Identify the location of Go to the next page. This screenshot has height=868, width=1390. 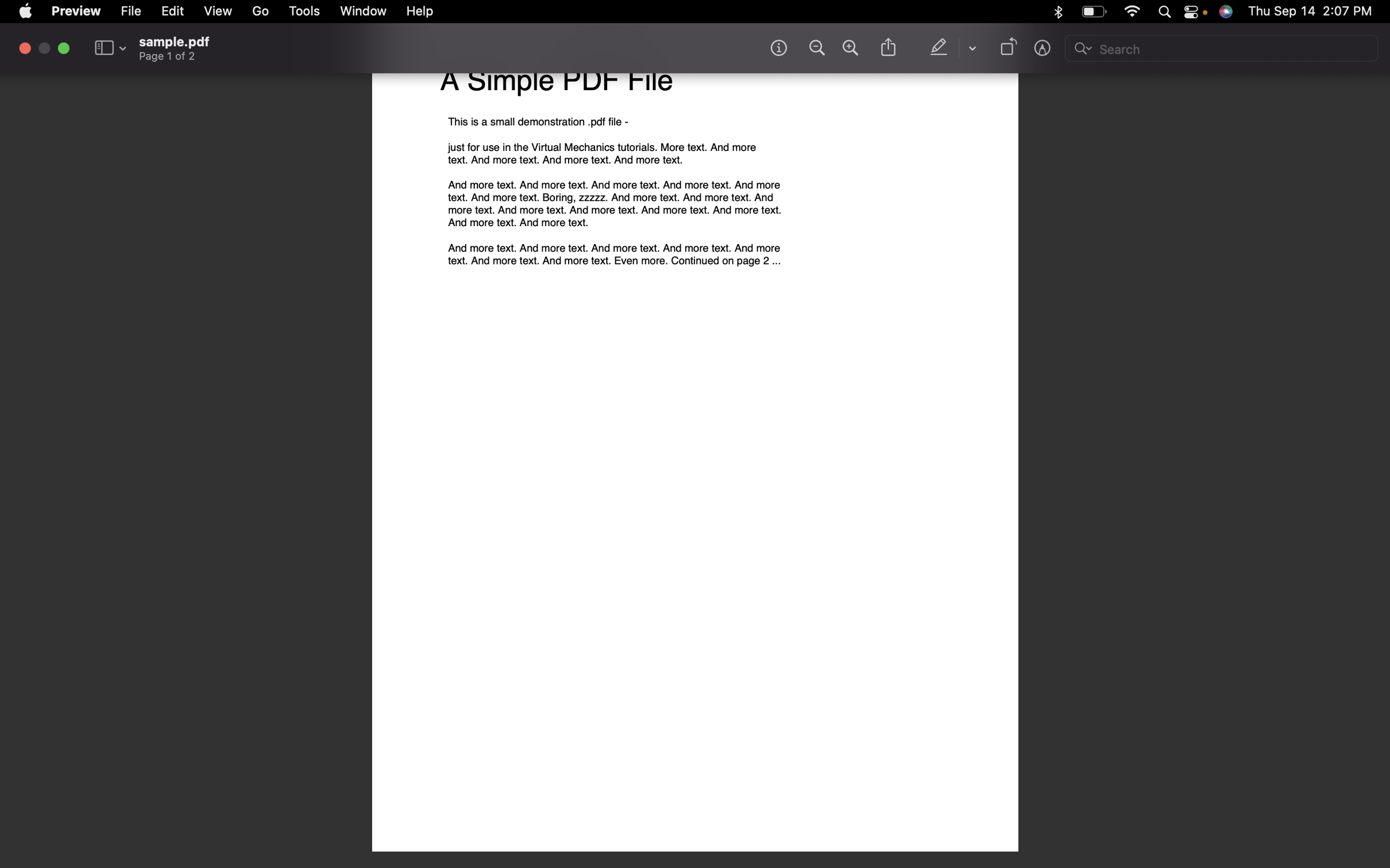
(261, 13).